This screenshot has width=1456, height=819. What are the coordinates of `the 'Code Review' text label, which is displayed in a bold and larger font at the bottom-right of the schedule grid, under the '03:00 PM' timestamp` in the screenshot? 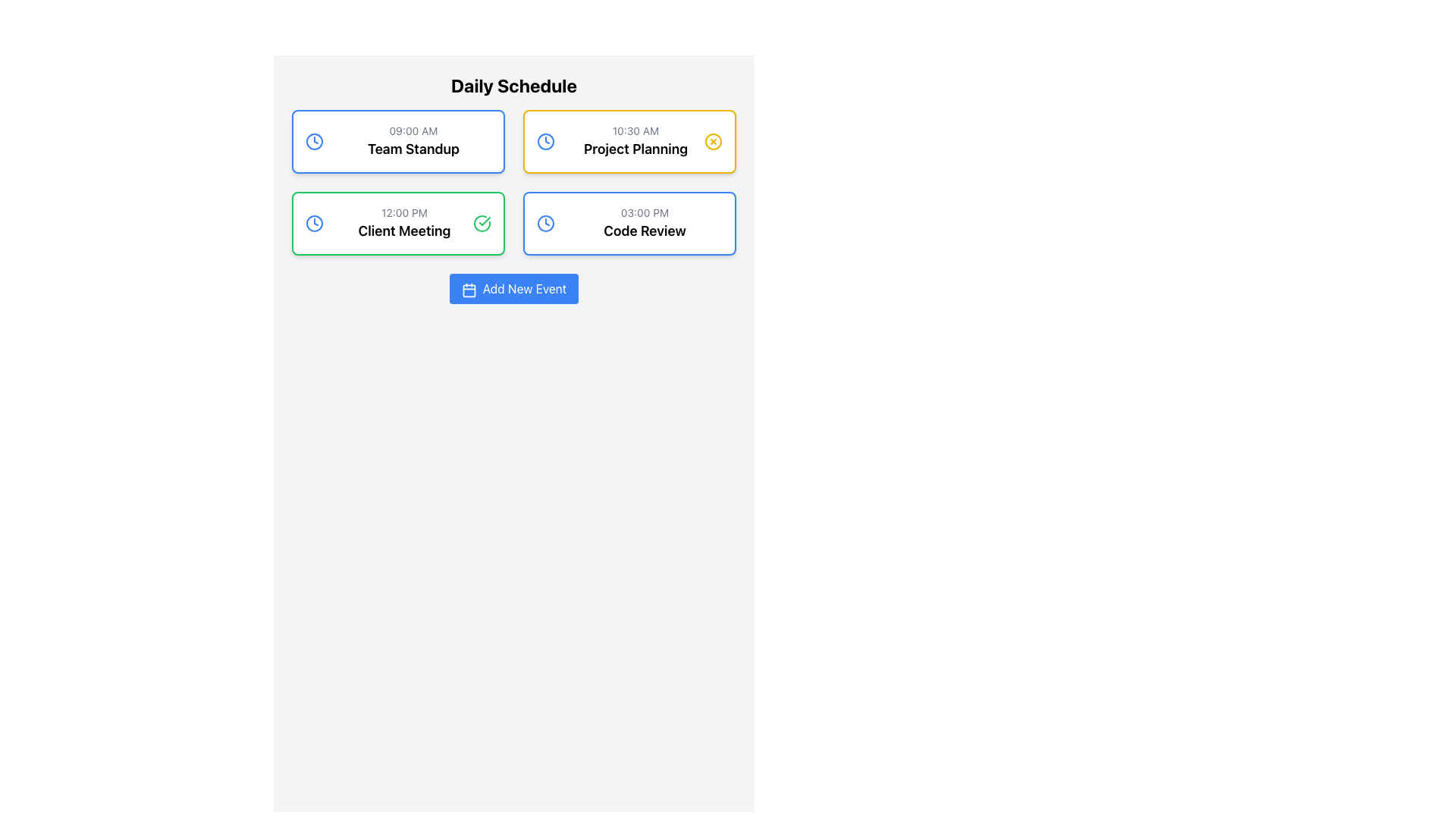 It's located at (645, 231).